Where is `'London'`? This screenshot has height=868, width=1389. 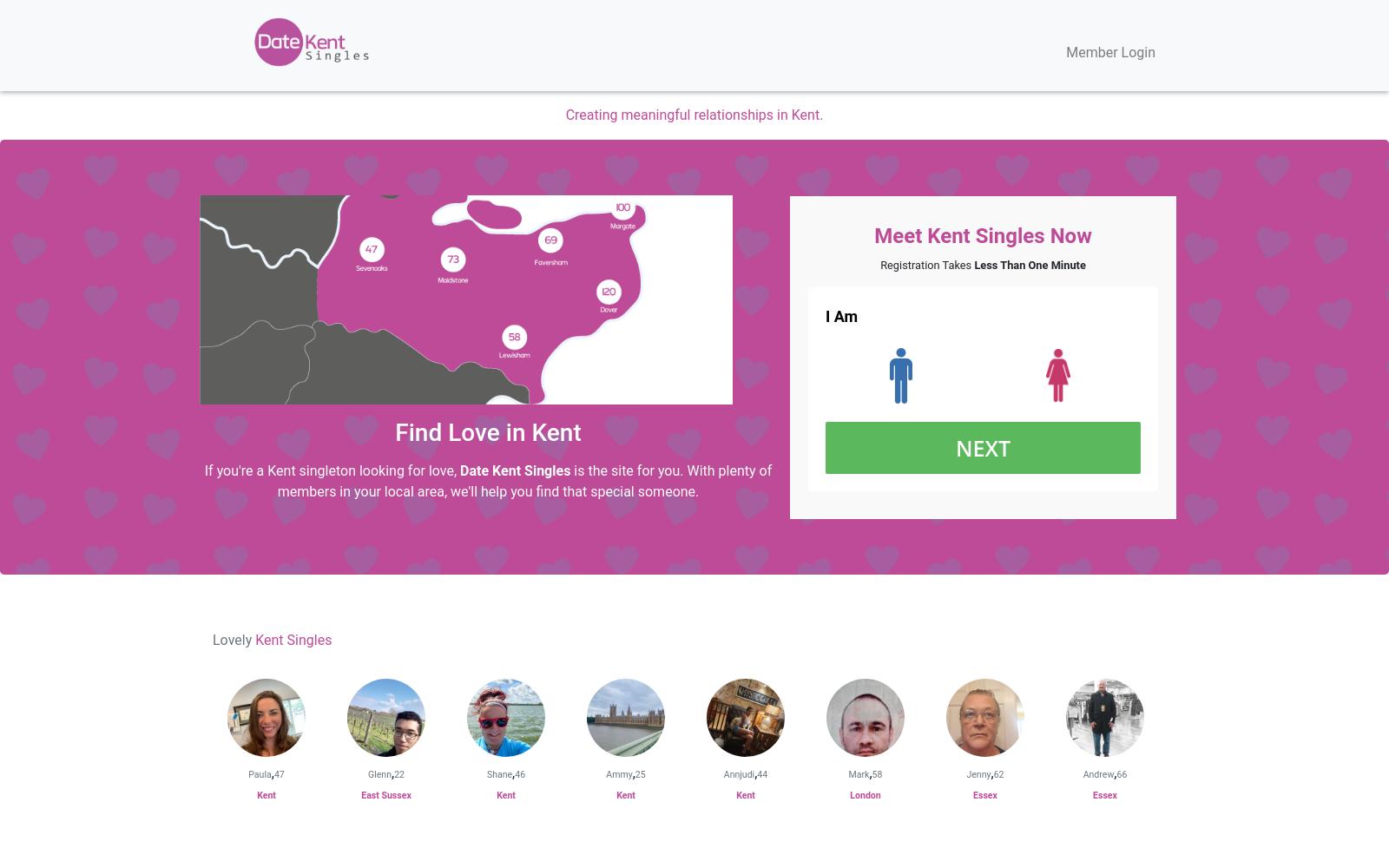 'London' is located at coordinates (849, 795).